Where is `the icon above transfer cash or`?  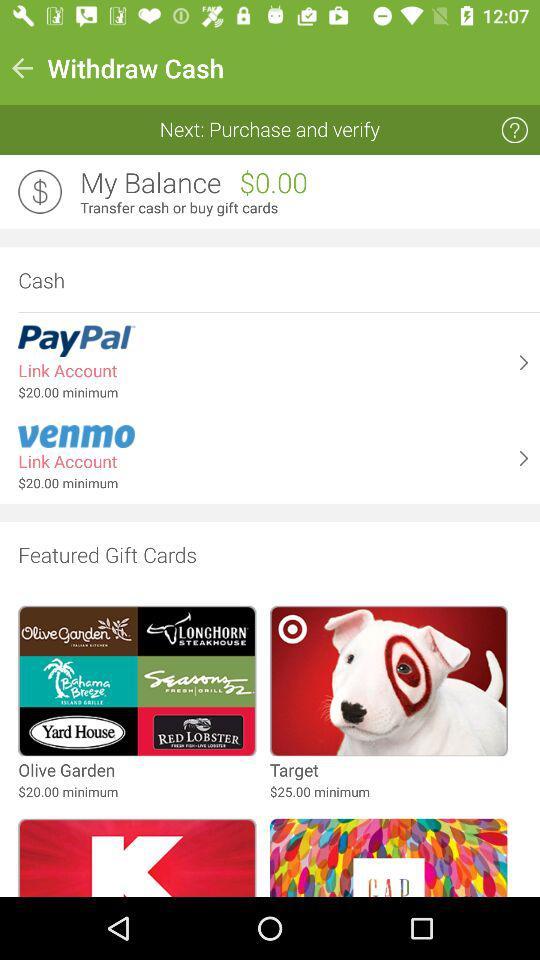 the icon above transfer cash or is located at coordinates (149, 183).